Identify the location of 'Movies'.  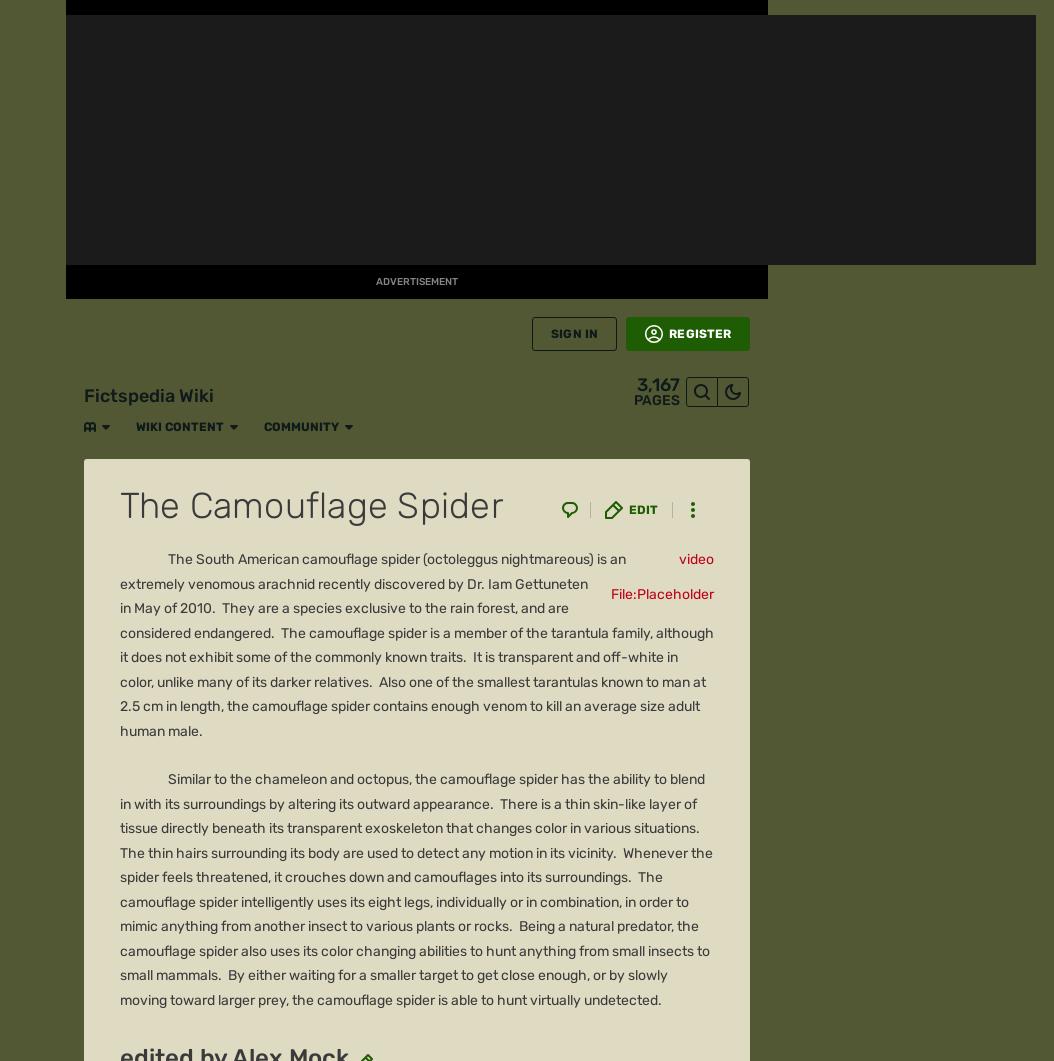
(32, 430).